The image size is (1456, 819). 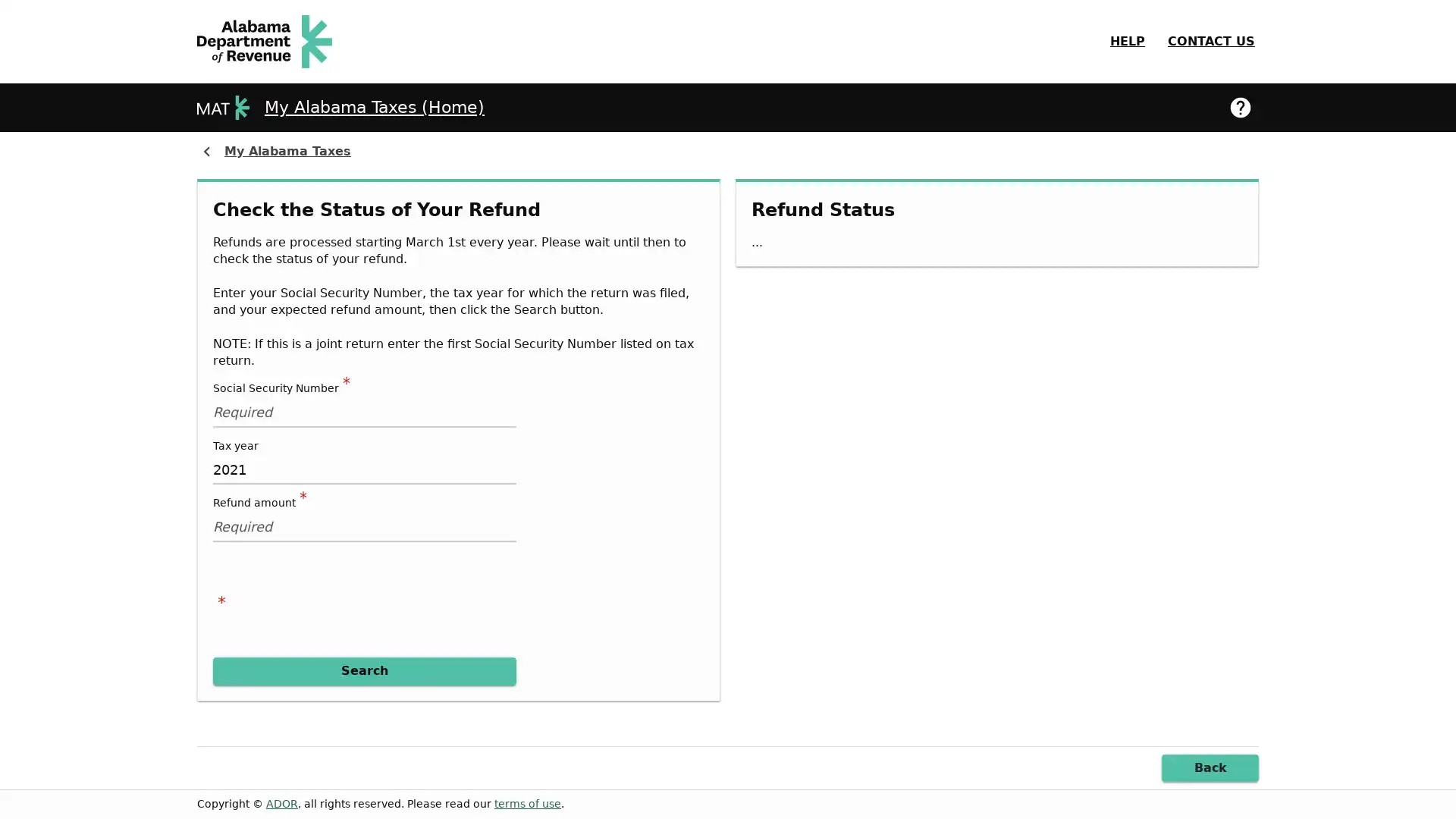 What do you see at coordinates (1210, 767) in the screenshot?
I see `Back` at bounding box center [1210, 767].